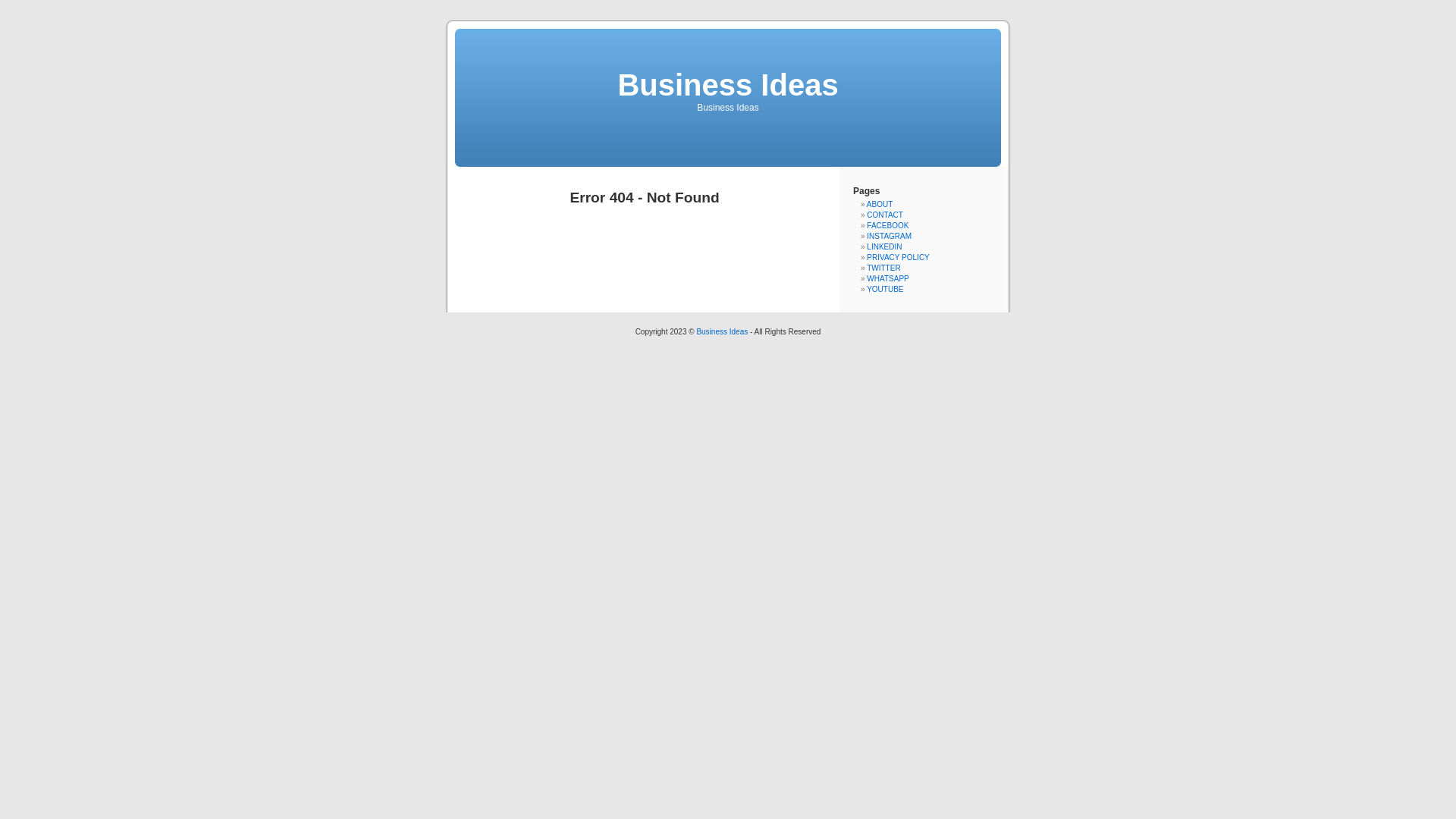 The width and height of the screenshot is (1456, 819). I want to click on 'Business Ideas', so click(726, 84).